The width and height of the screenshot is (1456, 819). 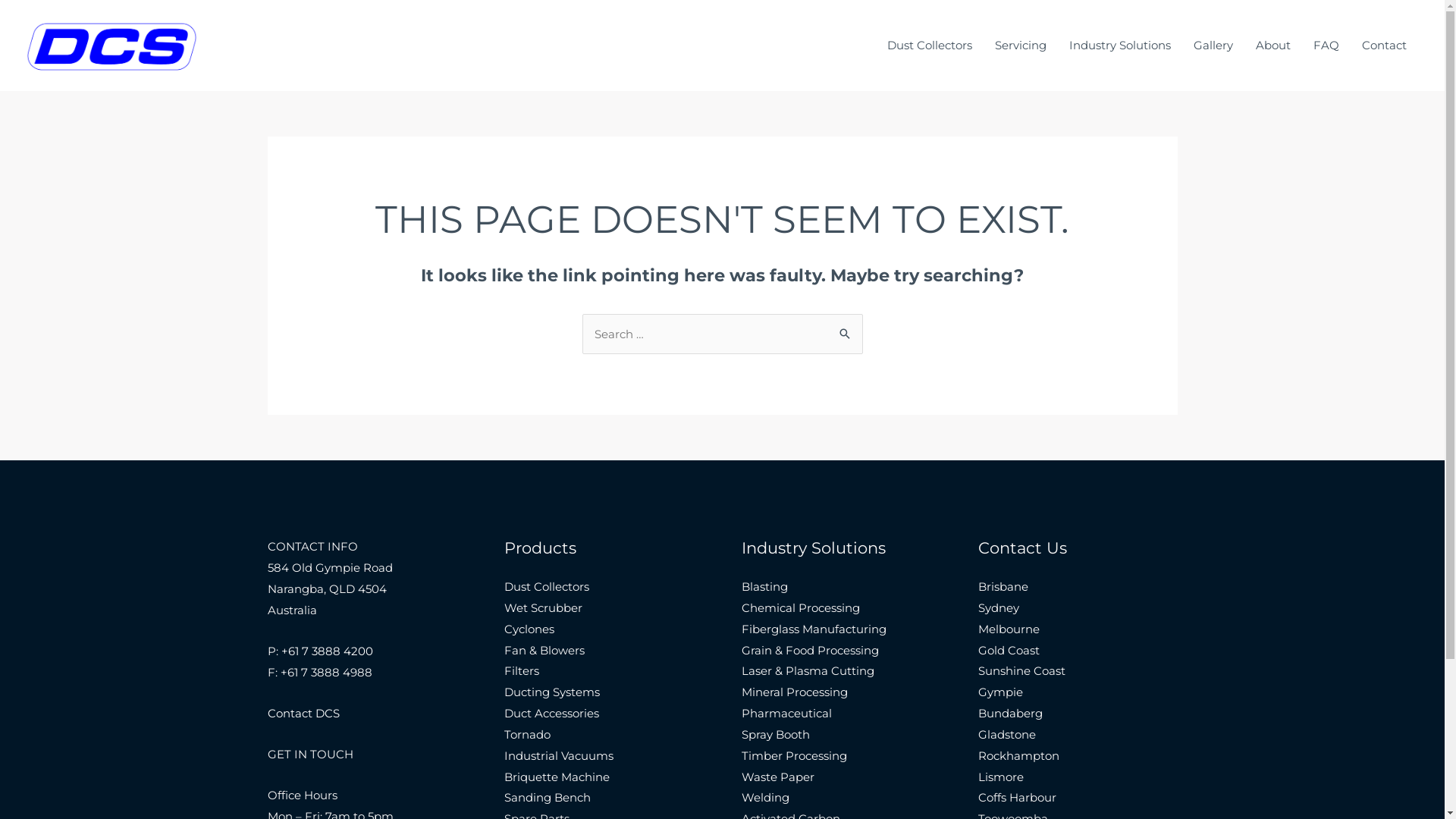 I want to click on '+61 7 3888 4200', so click(x=325, y=650).